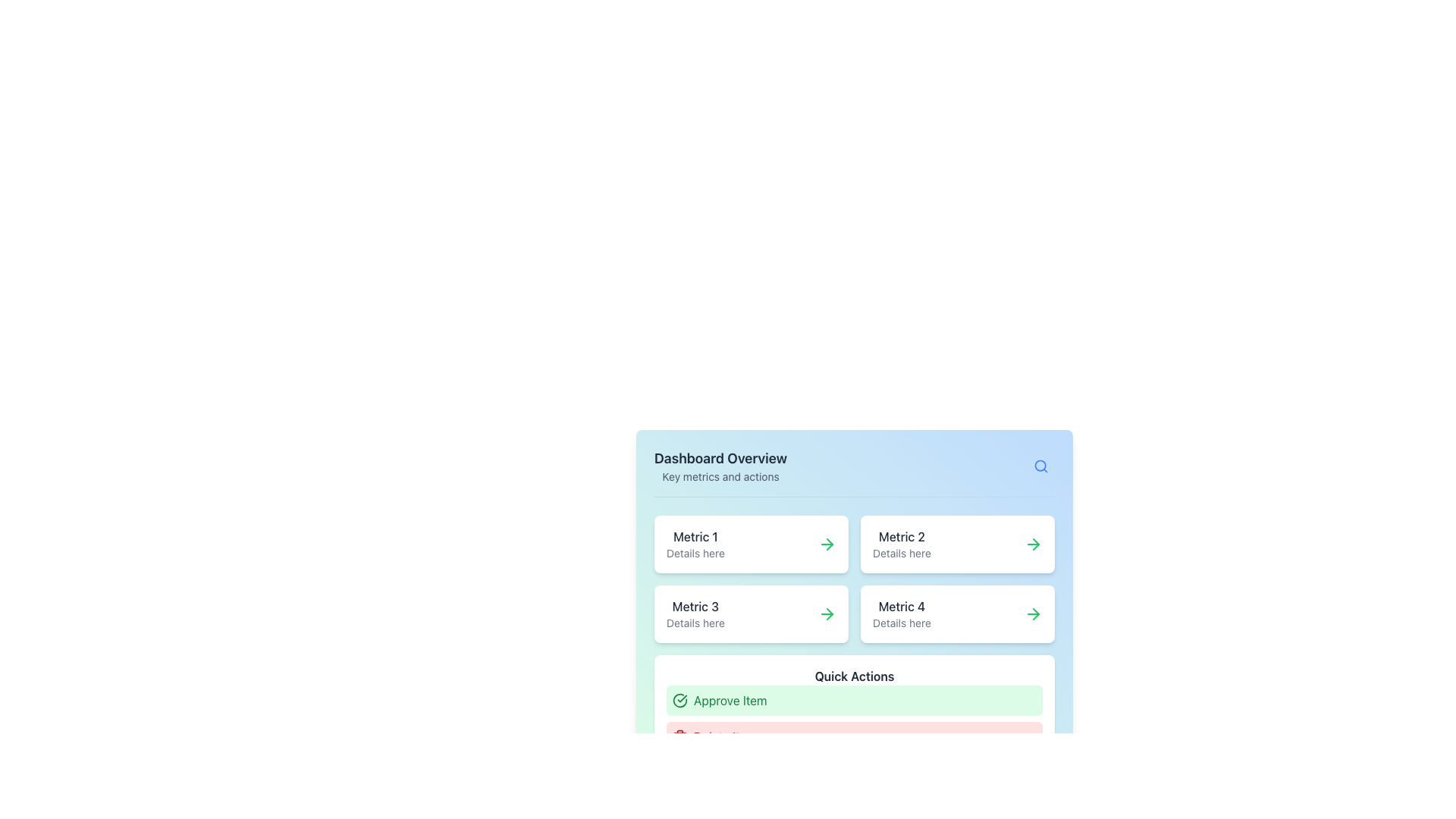 This screenshot has height=819, width=1456. I want to click on the 'Metric 4' button located in the bottom-right corner of the grid, so click(956, 614).